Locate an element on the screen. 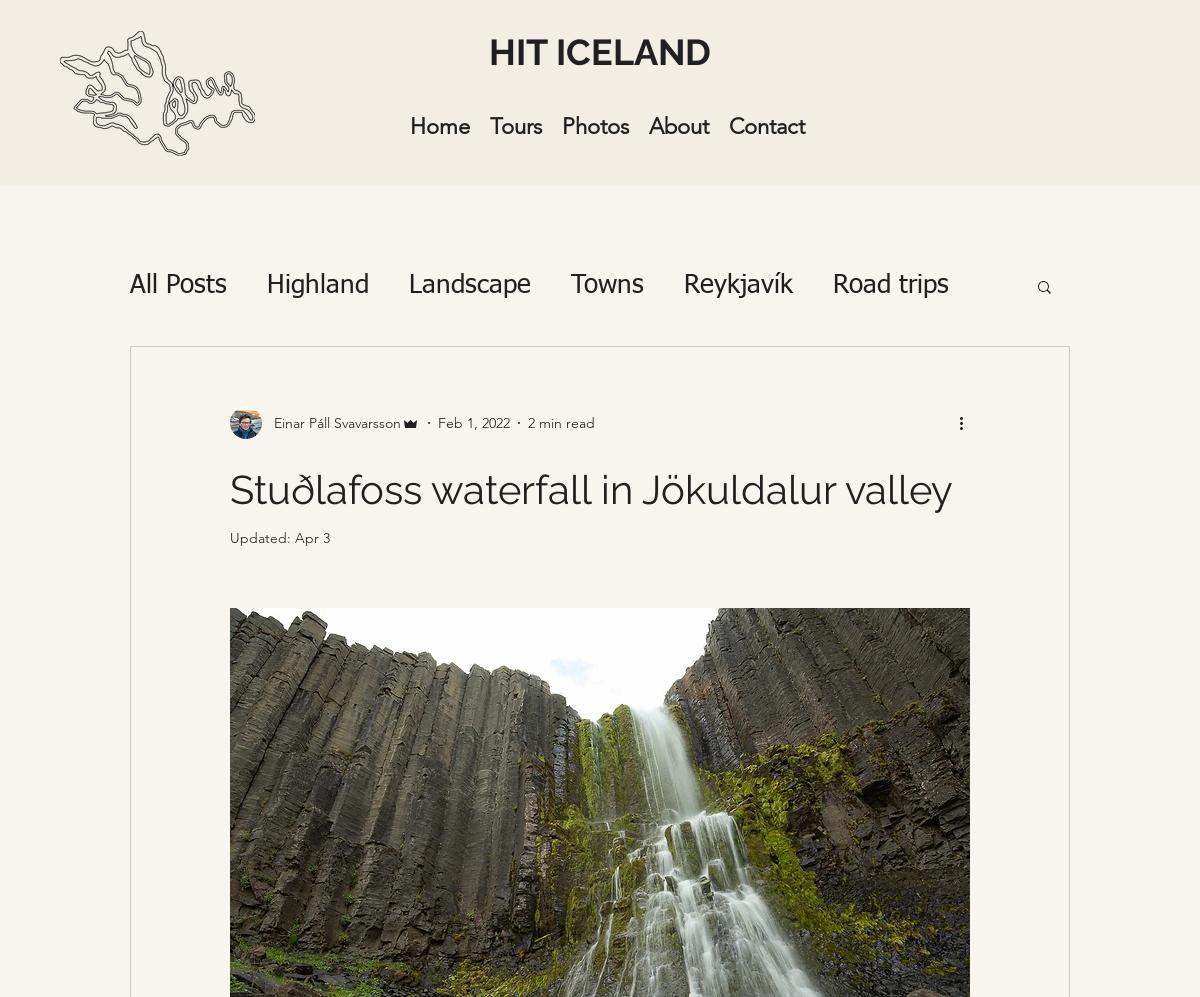  'Landscape' is located at coordinates (469, 285).